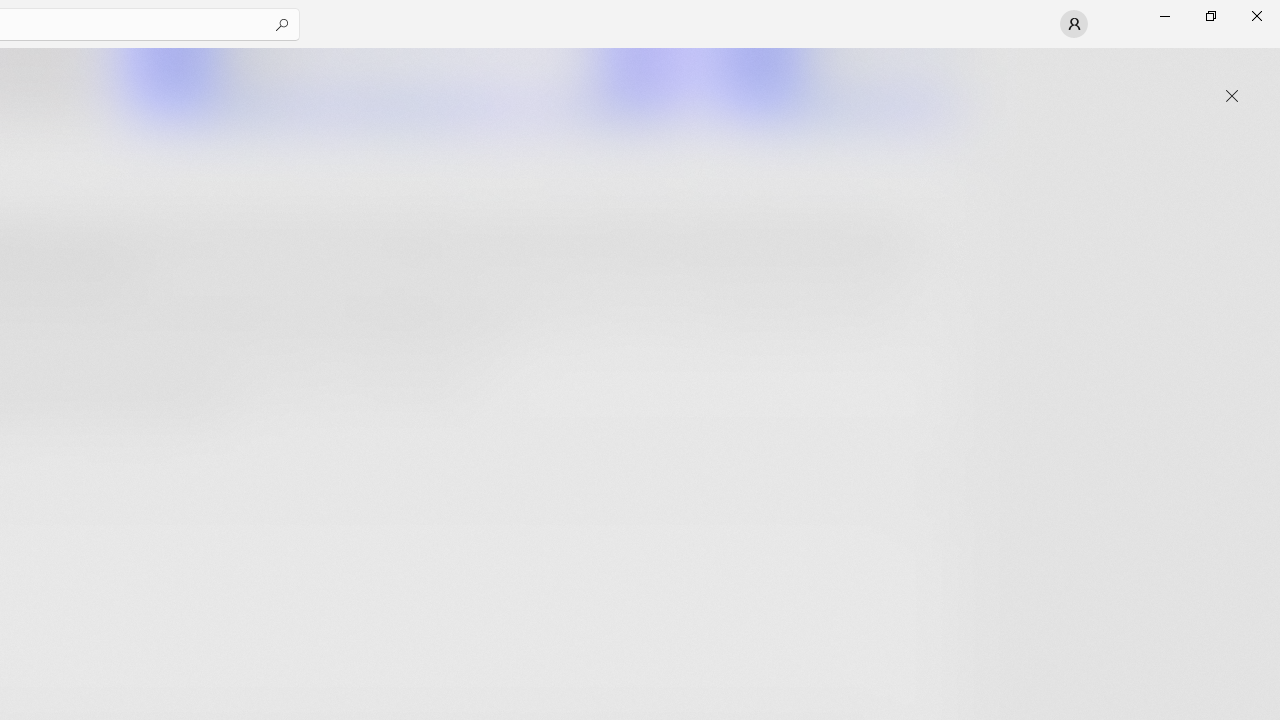 The width and height of the screenshot is (1280, 720). What do you see at coordinates (1209, 15) in the screenshot?
I see `'Restore Microsoft Store'` at bounding box center [1209, 15].